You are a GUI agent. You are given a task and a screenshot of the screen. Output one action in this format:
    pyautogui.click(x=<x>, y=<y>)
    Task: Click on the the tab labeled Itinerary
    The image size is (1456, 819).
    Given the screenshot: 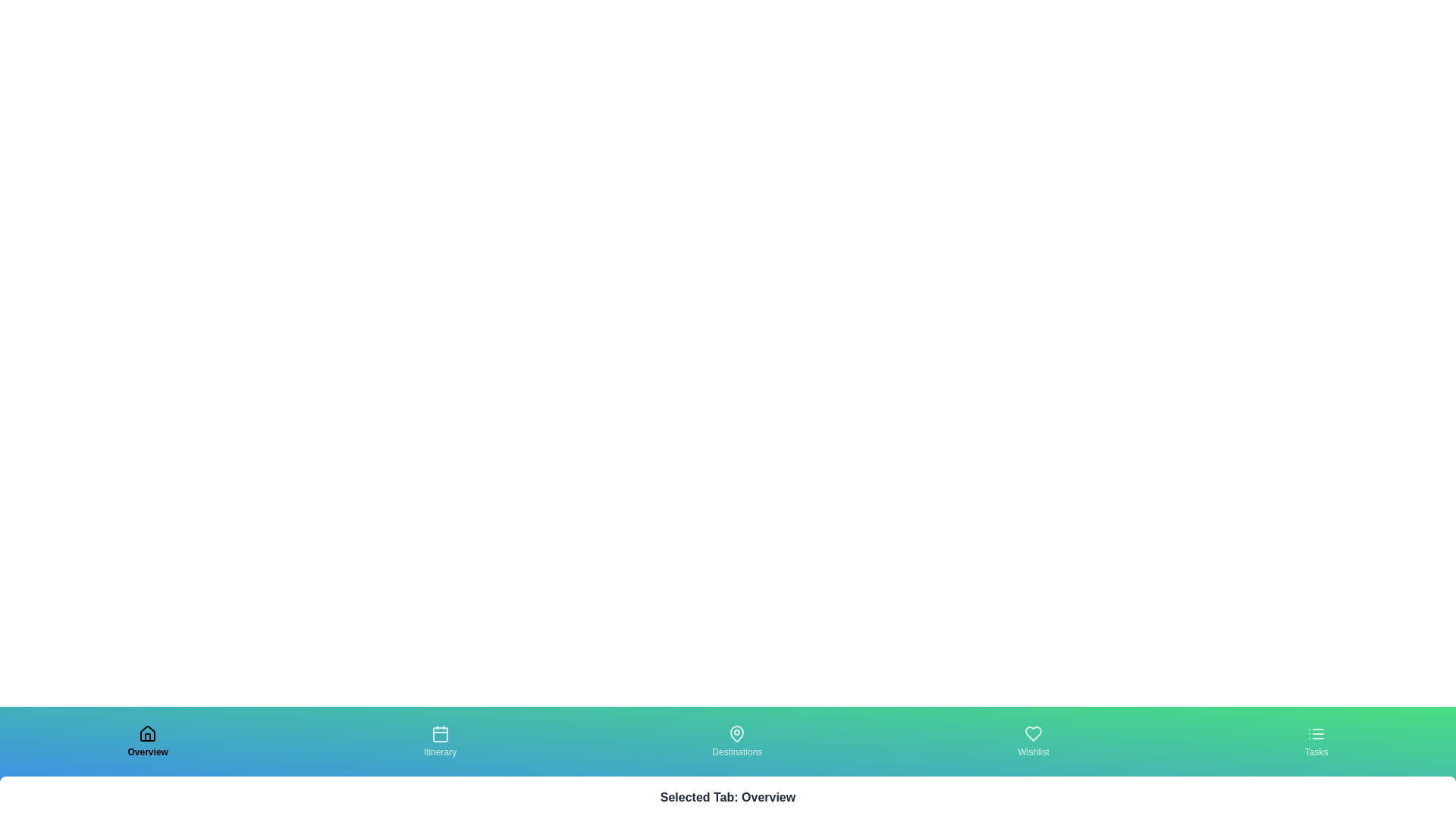 What is the action you would take?
    pyautogui.click(x=439, y=741)
    